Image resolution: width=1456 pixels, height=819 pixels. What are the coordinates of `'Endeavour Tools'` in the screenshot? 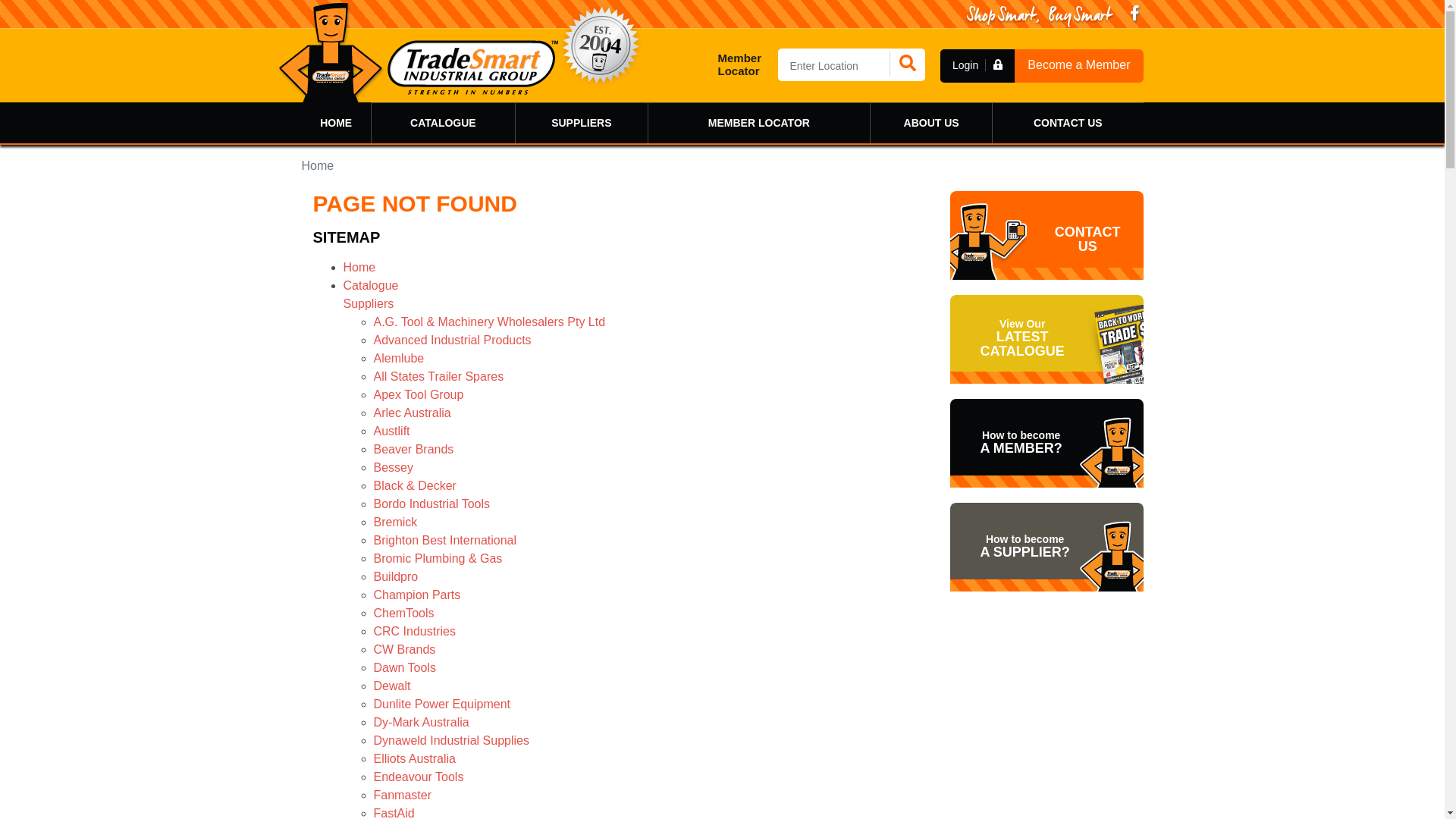 It's located at (418, 777).